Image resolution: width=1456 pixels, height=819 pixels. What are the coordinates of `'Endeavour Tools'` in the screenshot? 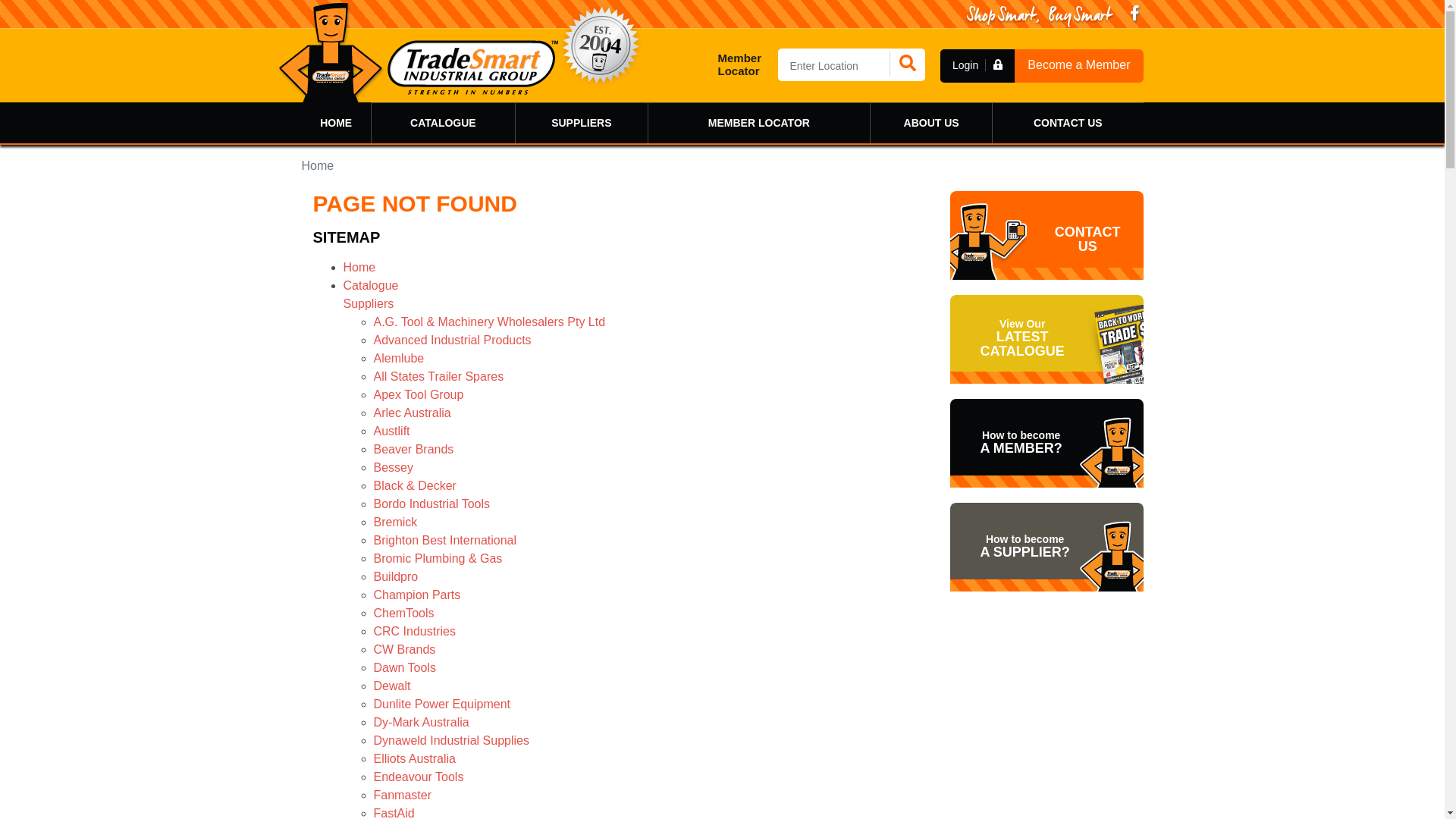 It's located at (418, 777).